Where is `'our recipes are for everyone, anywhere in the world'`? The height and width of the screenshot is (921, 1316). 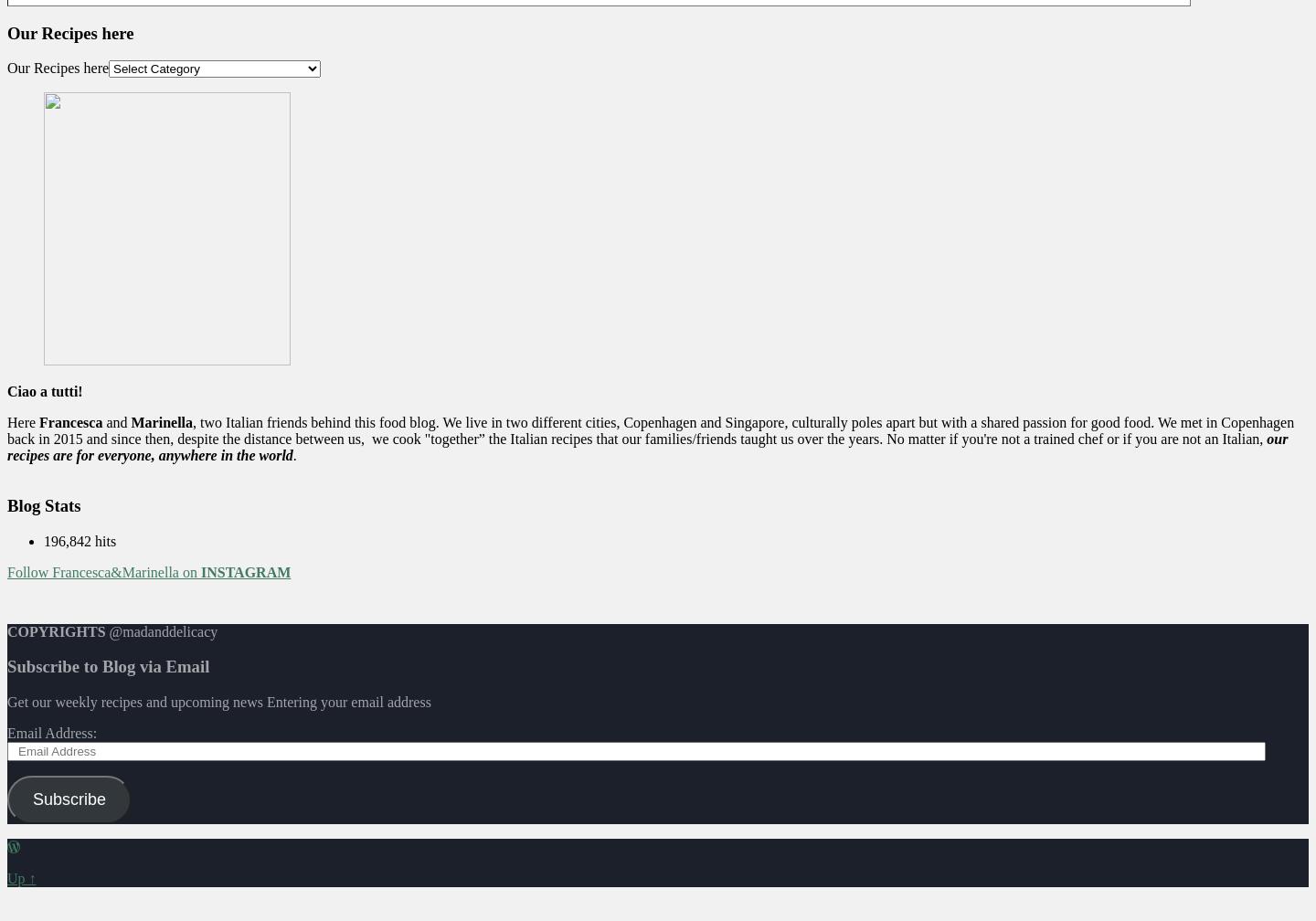
'our recipes are for everyone, anywhere in the world' is located at coordinates (647, 447).